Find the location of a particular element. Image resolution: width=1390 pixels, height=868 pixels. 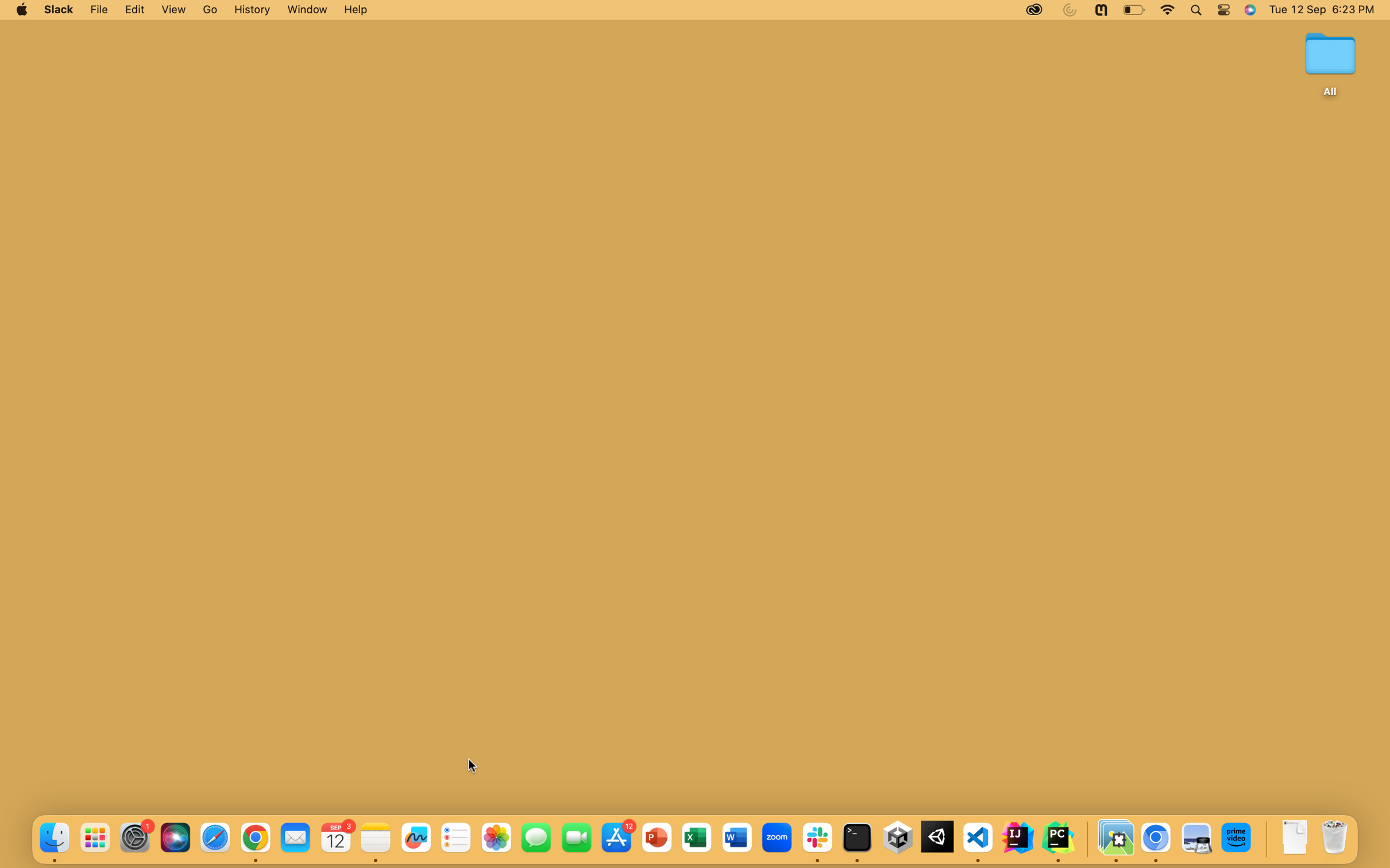

the Finder Application is located at coordinates (53, 839).